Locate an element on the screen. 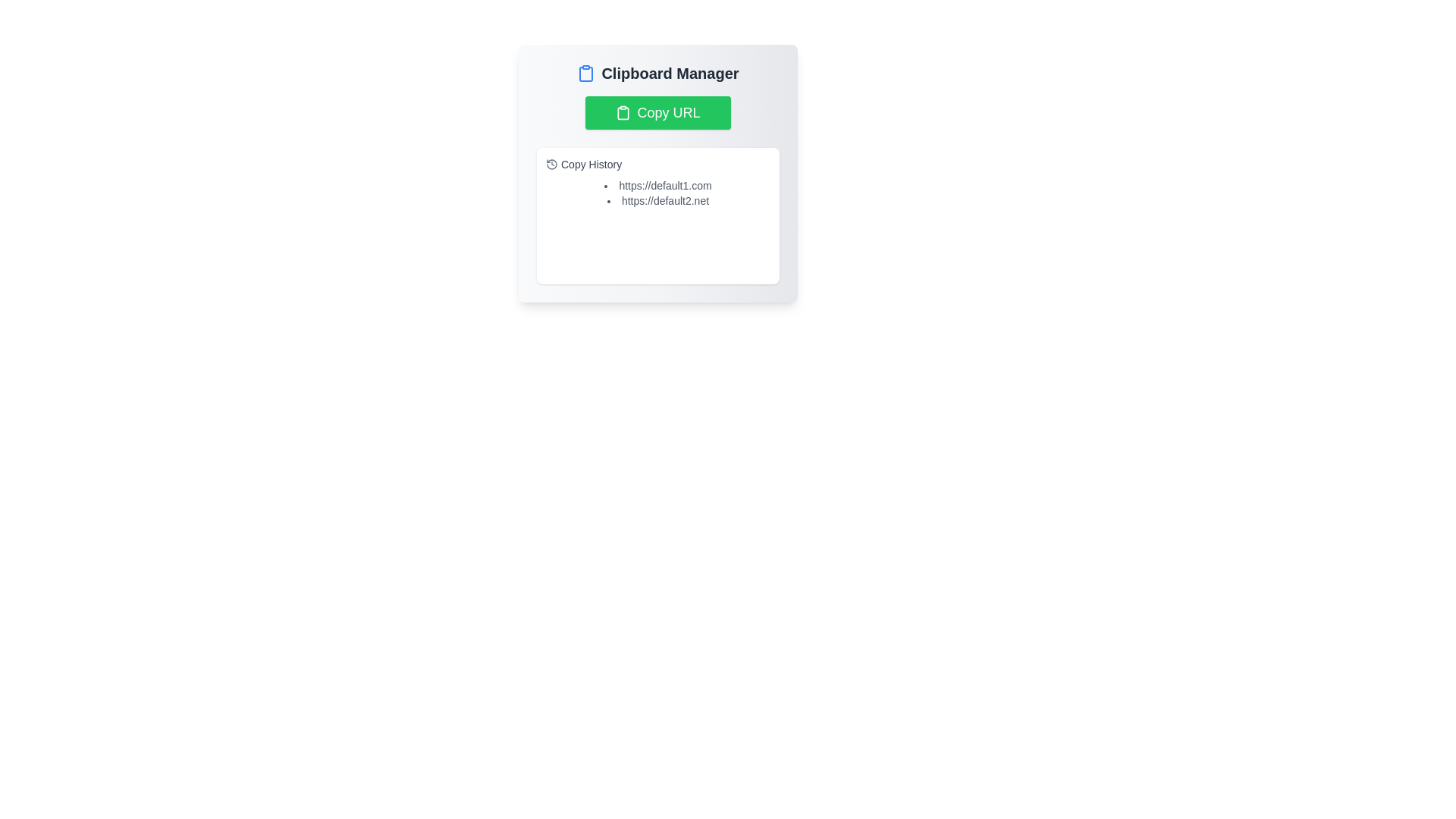 The width and height of the screenshot is (1456, 819). the non-interactive circular clock icon located slightly to the left of the 'Copy History' text, aligned with the text's baseline is located at coordinates (551, 164).